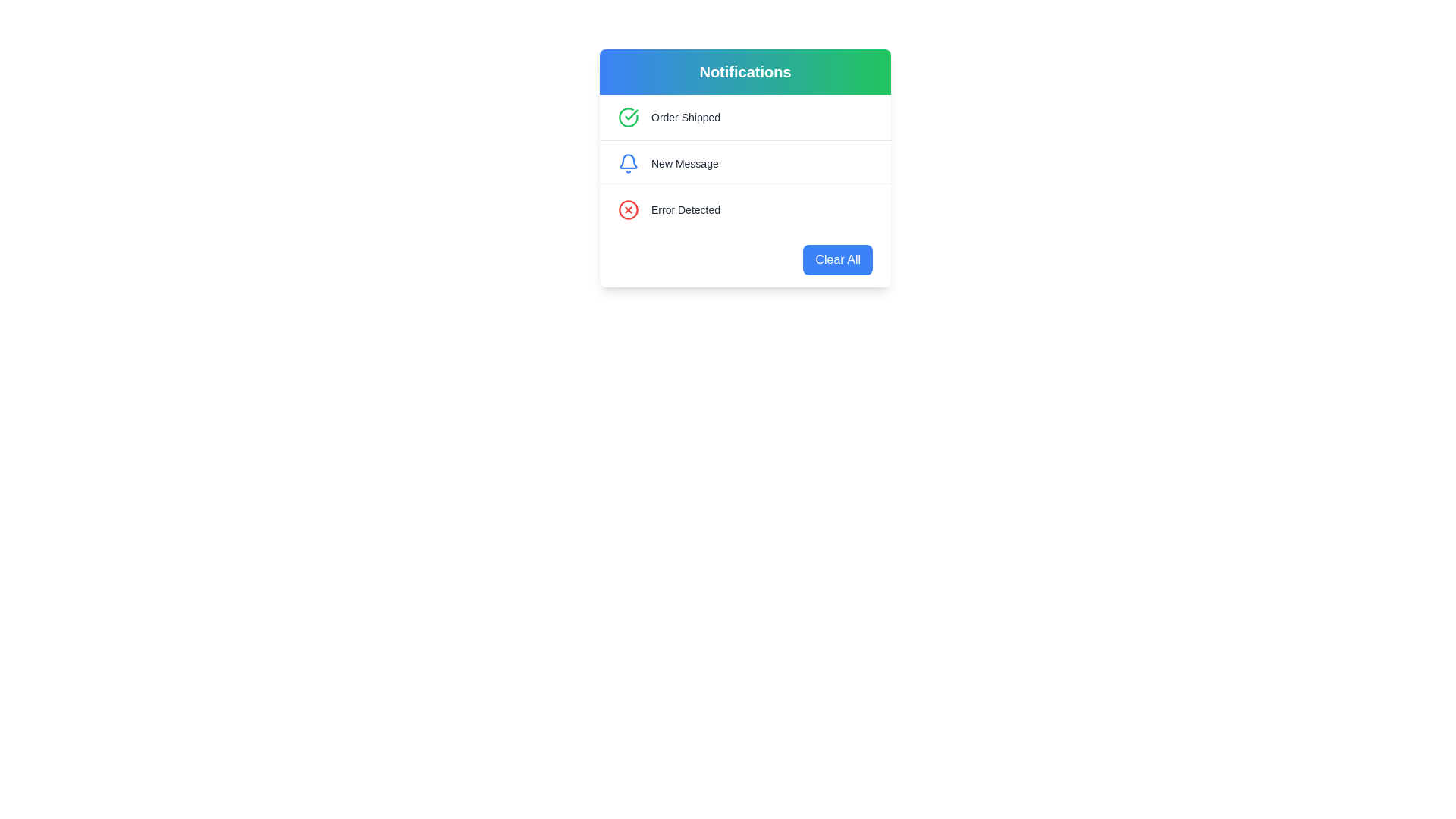 This screenshot has width=1456, height=819. I want to click on the 'Order Shipped' status icon located at the leftmost part of the notification row before the text 'Order Shipped', so click(629, 116).